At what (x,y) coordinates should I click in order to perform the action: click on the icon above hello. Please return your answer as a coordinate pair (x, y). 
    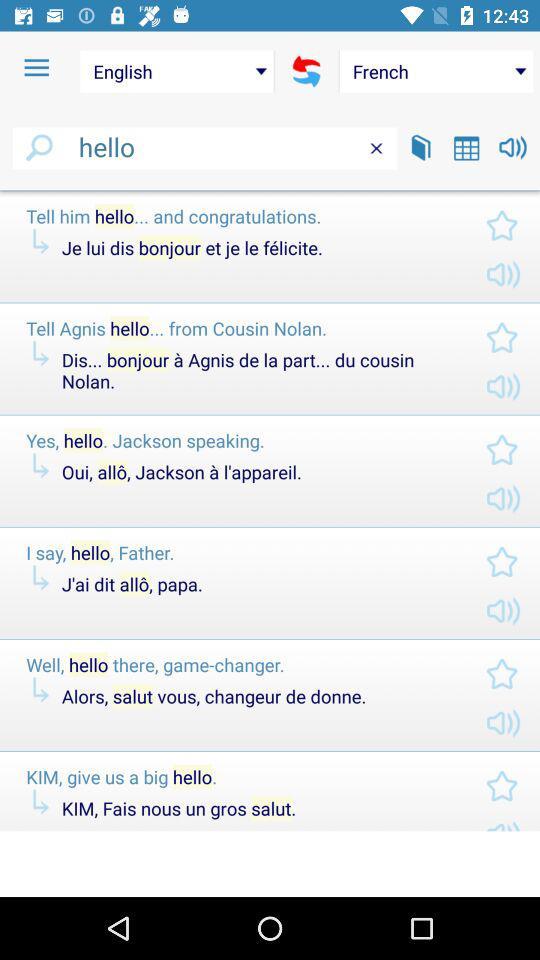
    Looking at the image, I should click on (435, 71).